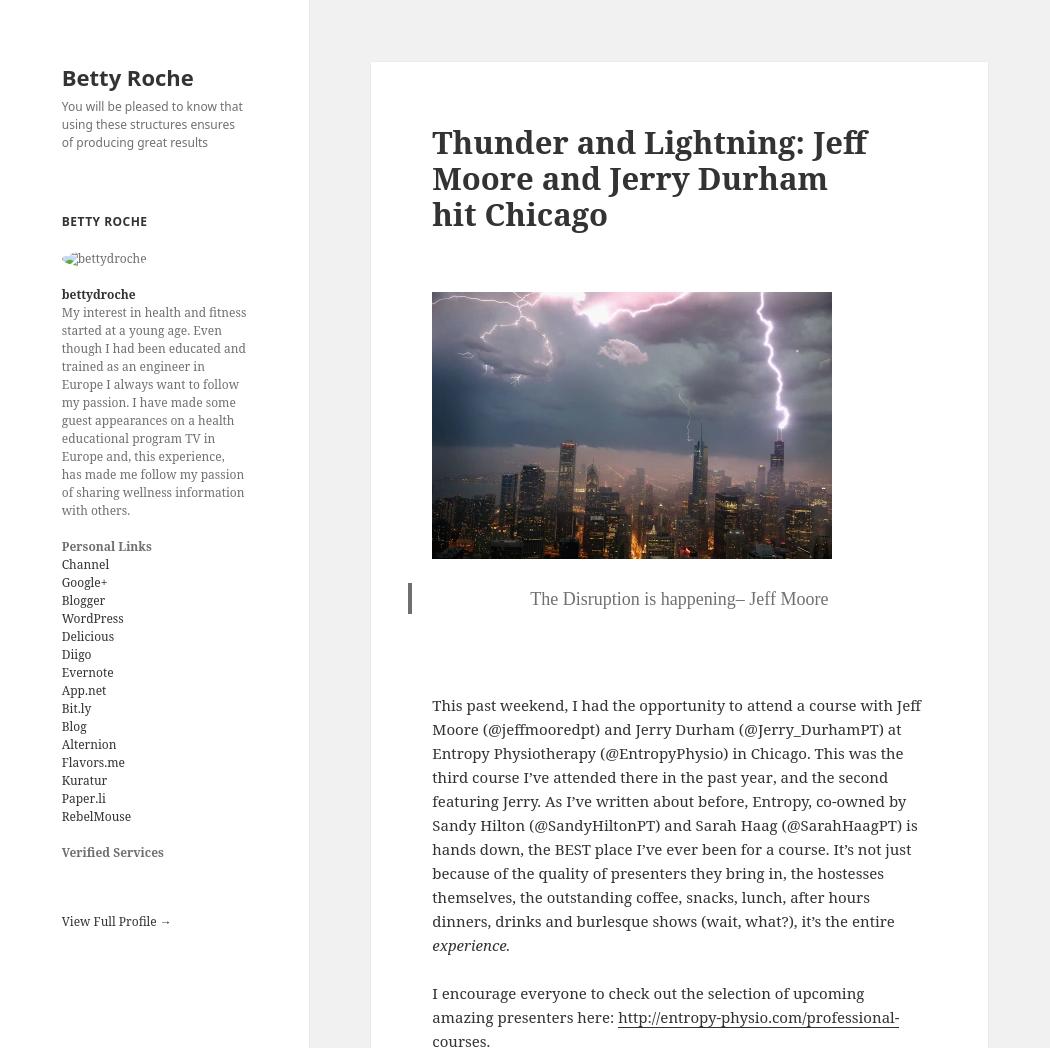 The height and width of the screenshot is (1048, 1050). I want to click on 'My interest in health and fitness started at a young age. Even though I had been educated and trained as an engineer in Europe I always want to follow my passion.  I have made some guest appearances on a health educational program TV in Europe and, this experience, has made me follow my passion of sharing wellness information with others.', so click(60, 411).